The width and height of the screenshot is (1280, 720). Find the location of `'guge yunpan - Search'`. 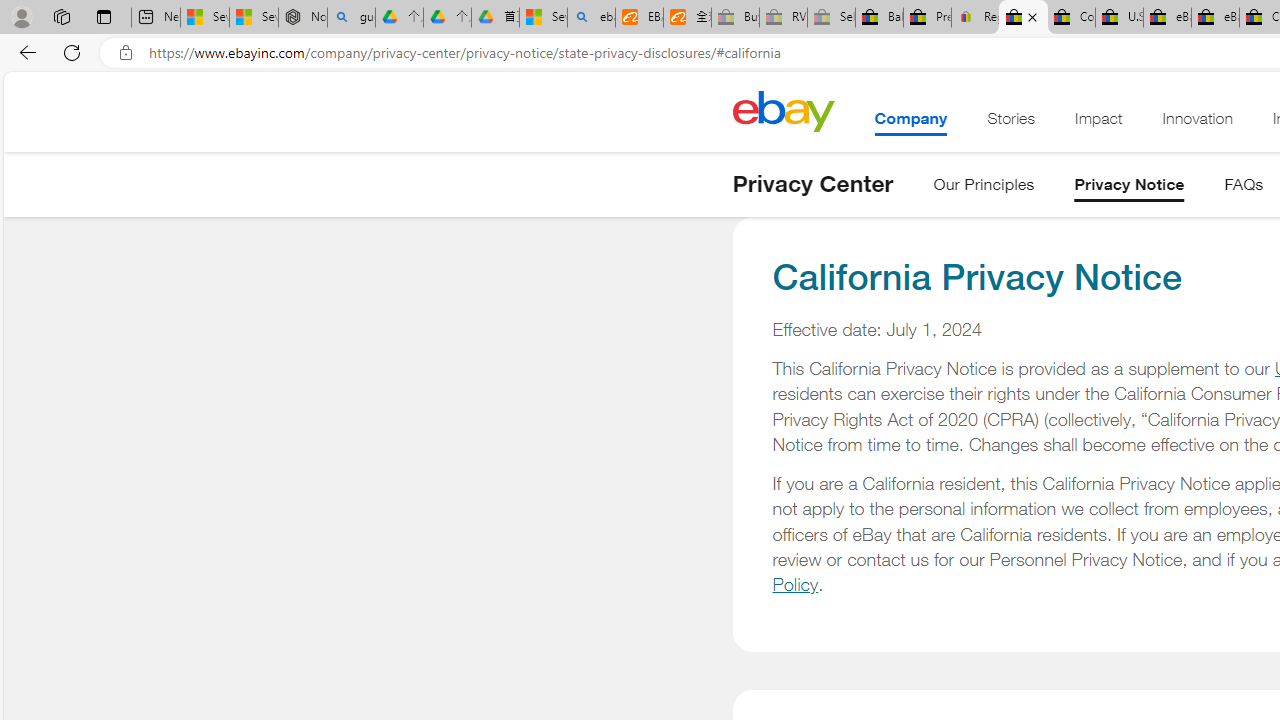

'guge yunpan - Search' is located at coordinates (351, 17).